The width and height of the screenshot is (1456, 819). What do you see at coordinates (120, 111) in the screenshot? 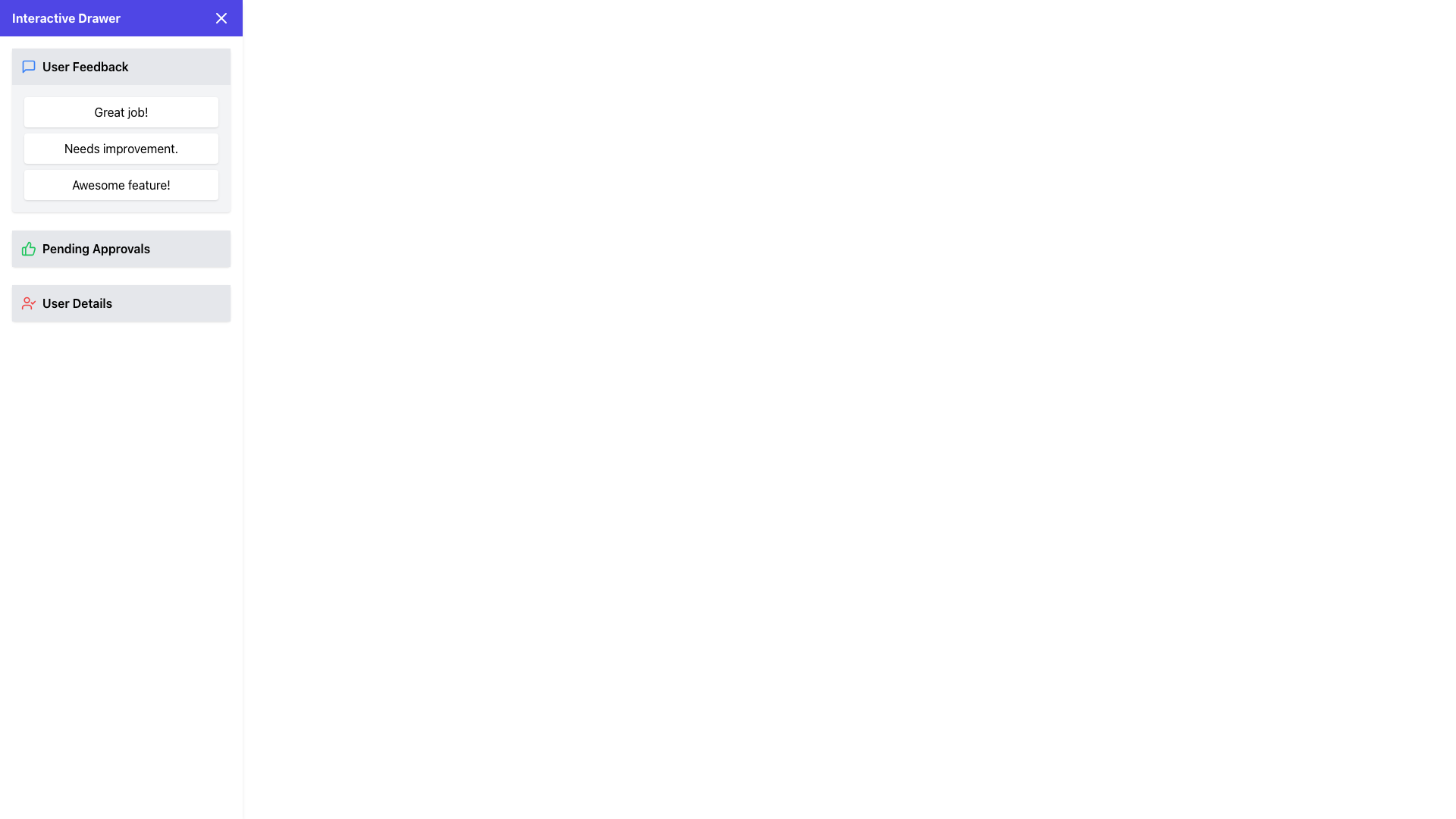
I see `text 'Great job!' from the label with a white background and rounded corners located under the 'User Feedback' header in the left sidebar` at bounding box center [120, 111].